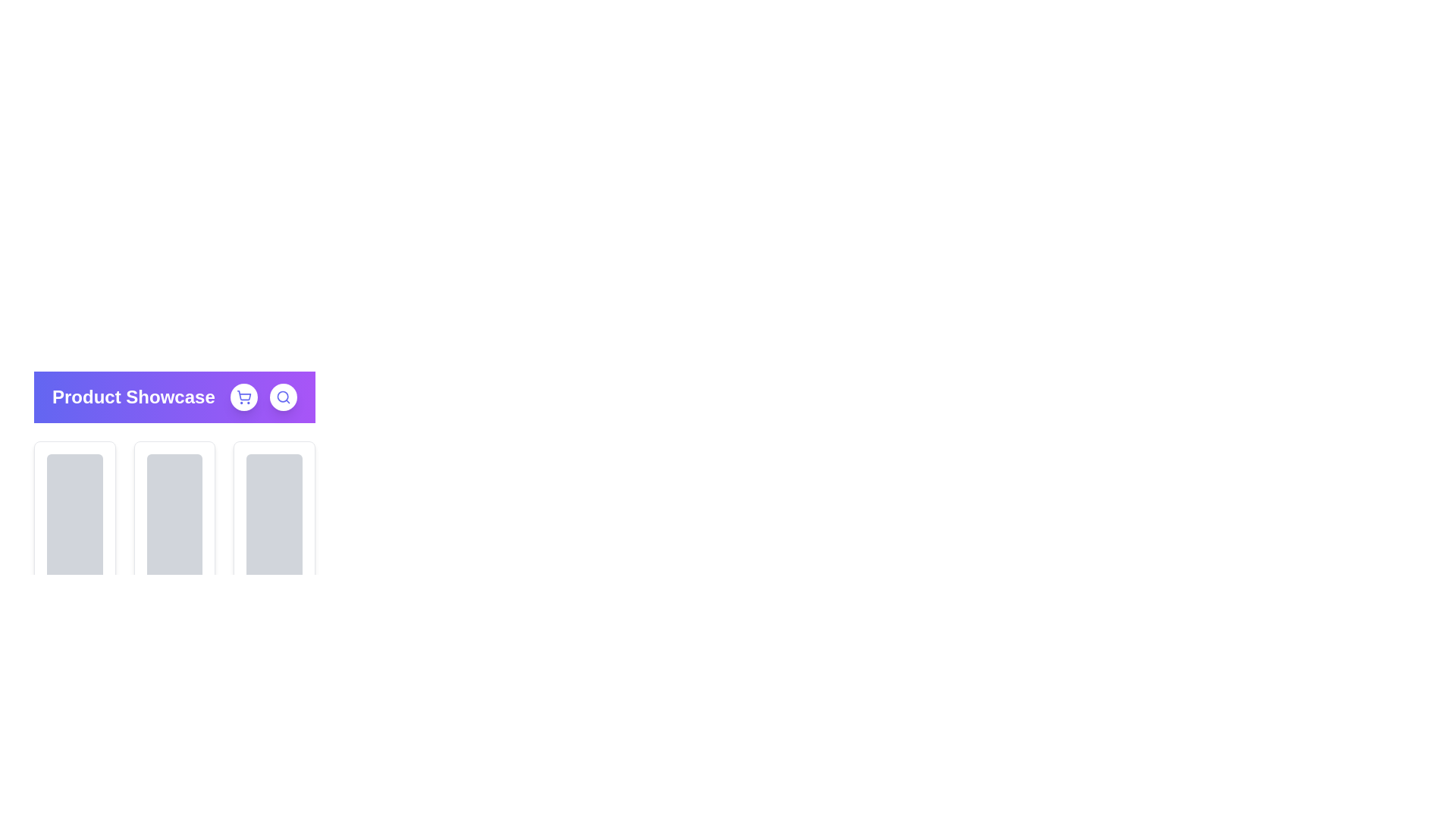 The height and width of the screenshot is (819, 1456). I want to click on title text located in the Banner at the top of the product section, which serves as the primary header for the content below it, so click(174, 397).